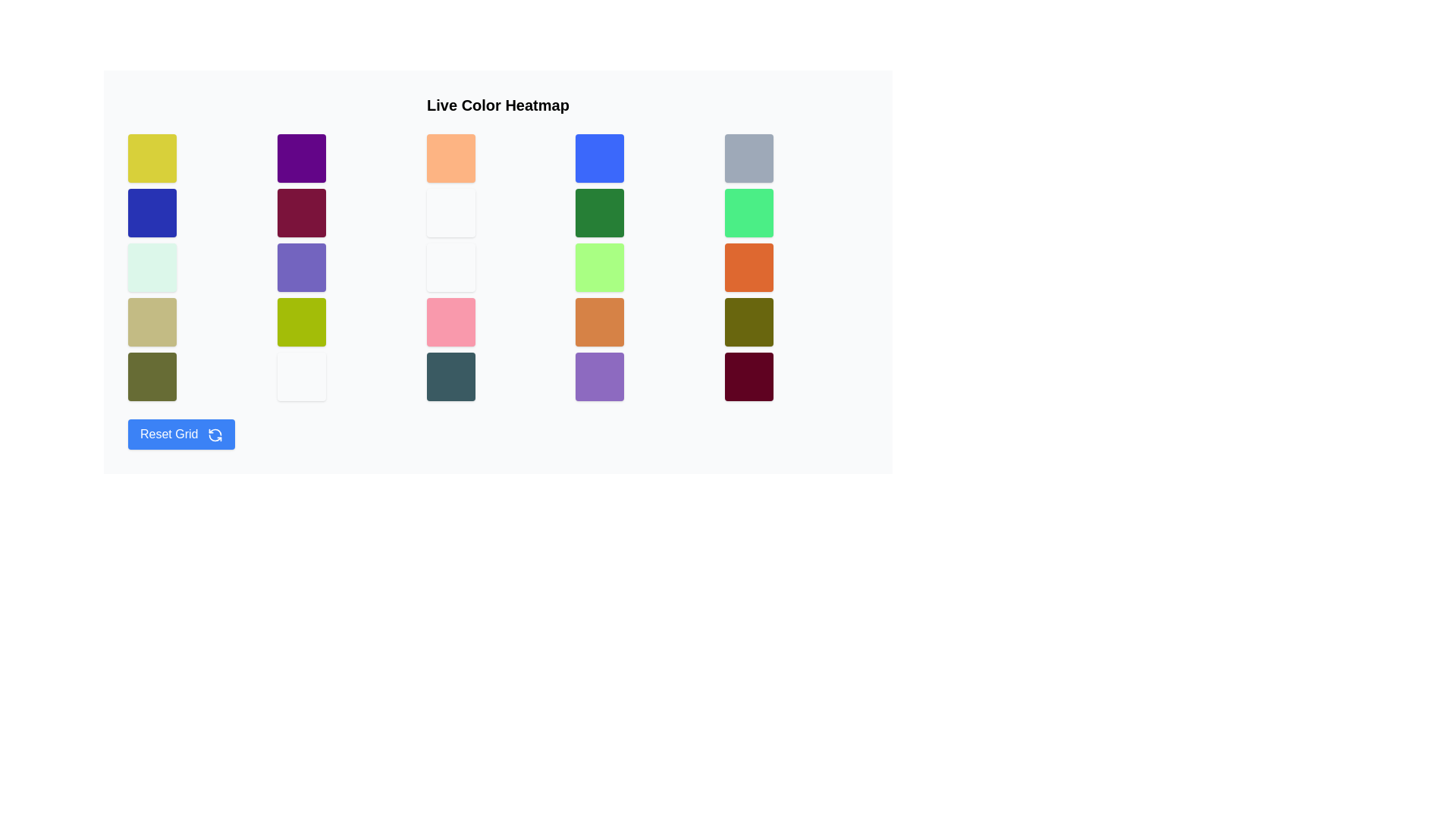  I want to click on the square tile with rounded corners and a blue background, located in the second row and first column of the grid layout, so click(152, 213).